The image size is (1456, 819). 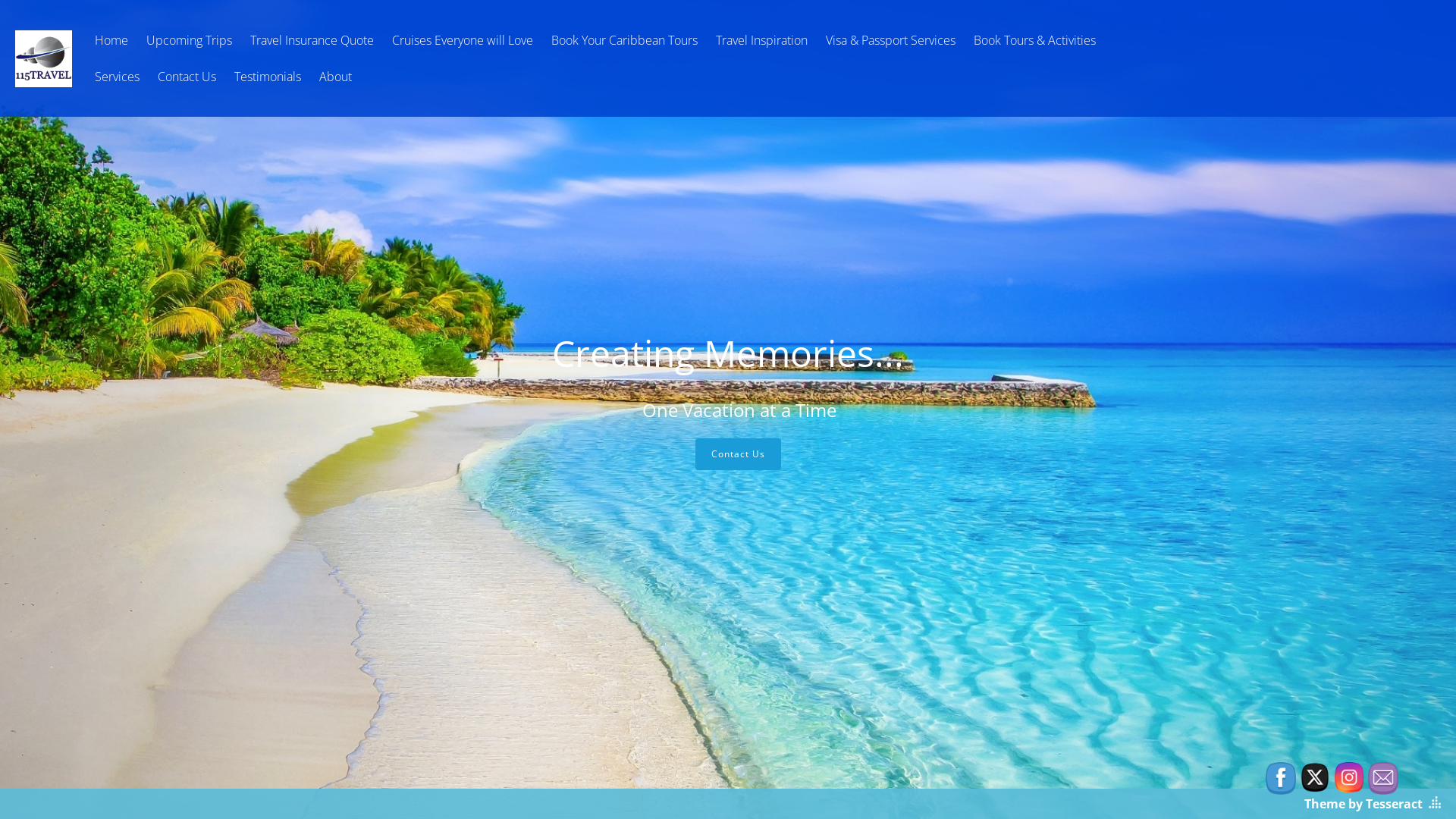 I want to click on 'Testimonials', so click(x=268, y=76).